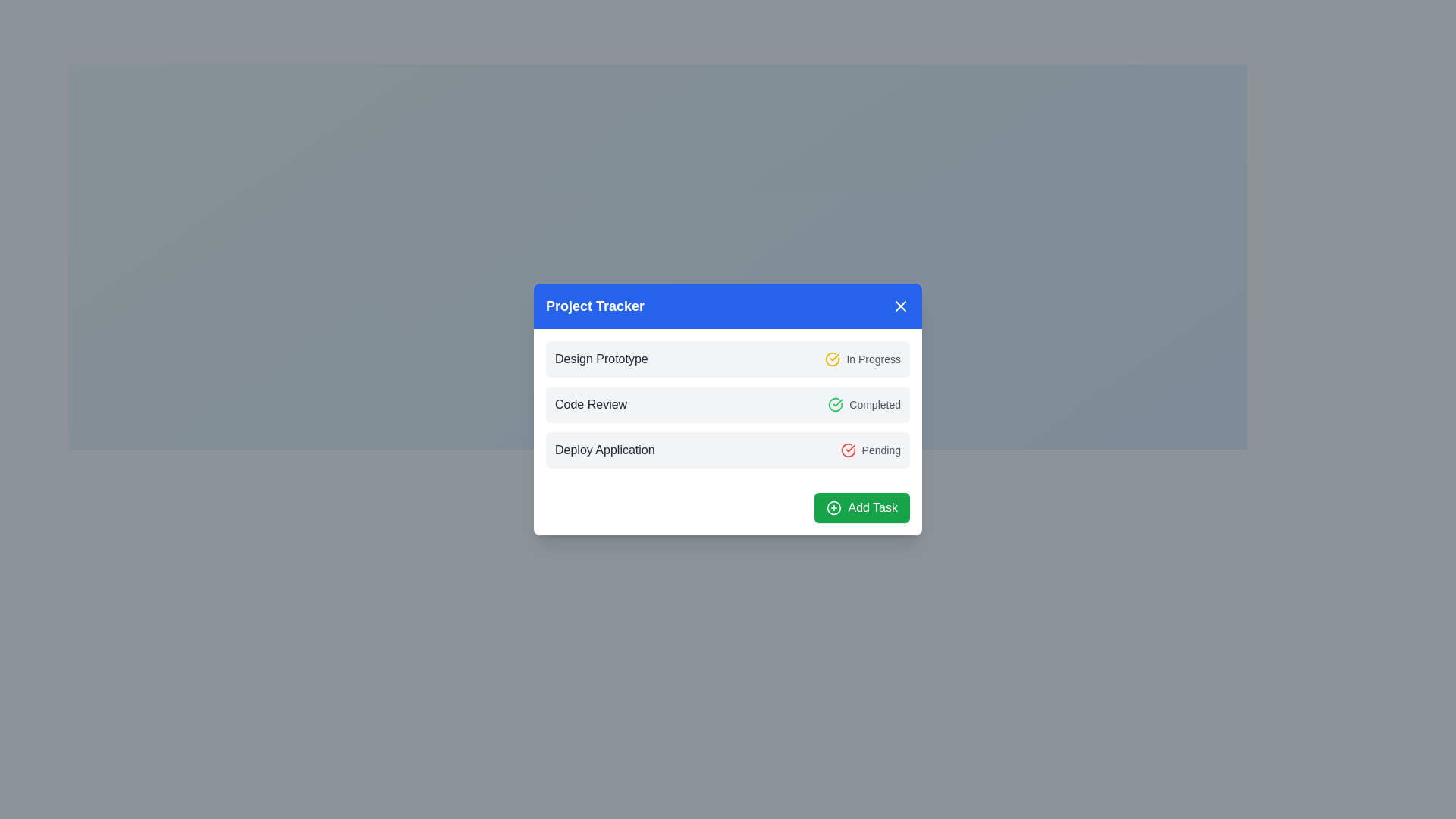 The image size is (1456, 819). I want to click on the text label indicating the status of the task named 'Deploy Application', located in the third row of the project task list and positioned to the right of a red circular icon, so click(881, 450).